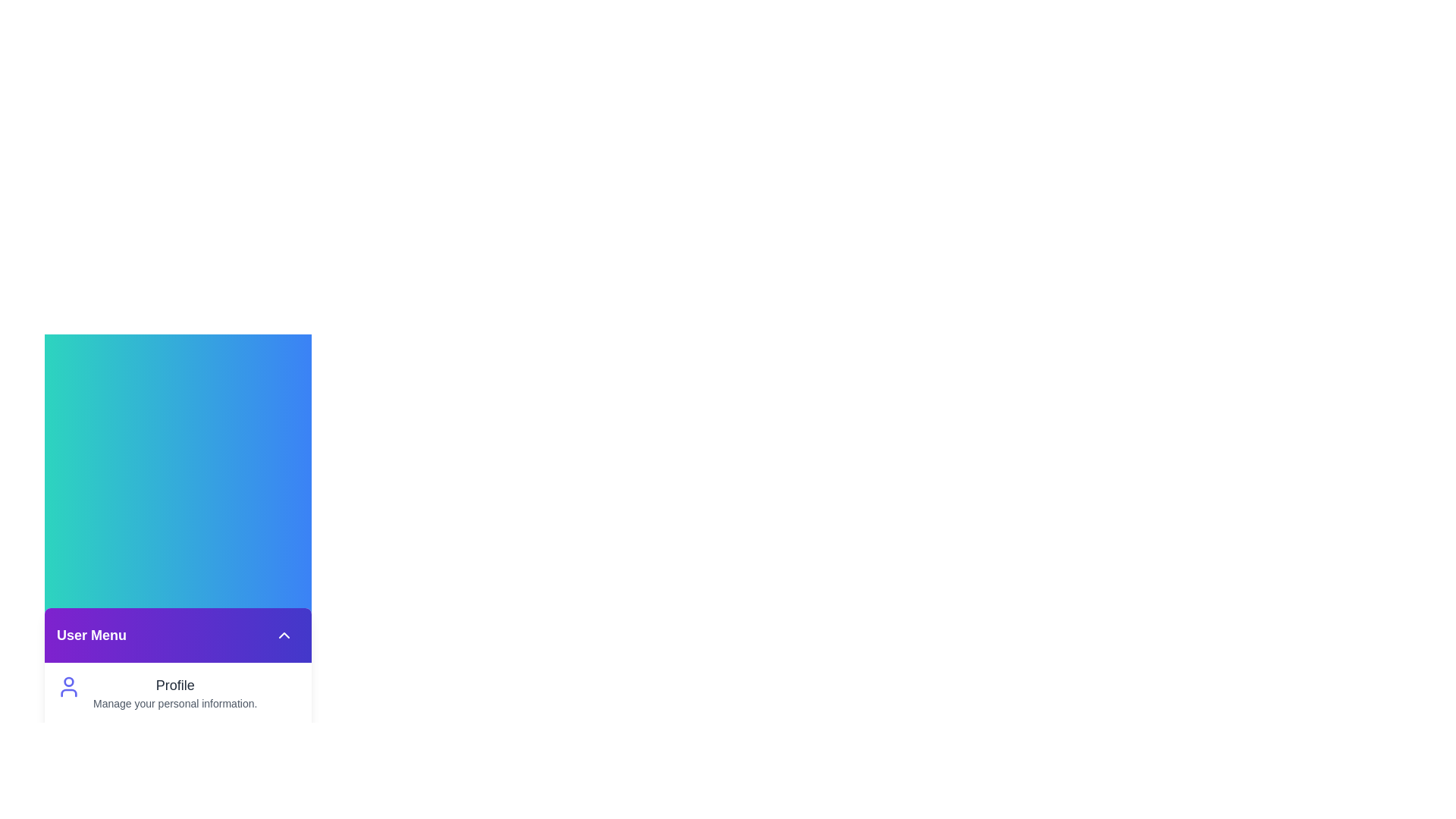 The image size is (1456, 819). What do you see at coordinates (152, 681) in the screenshot?
I see `the text element Profile from the menu` at bounding box center [152, 681].